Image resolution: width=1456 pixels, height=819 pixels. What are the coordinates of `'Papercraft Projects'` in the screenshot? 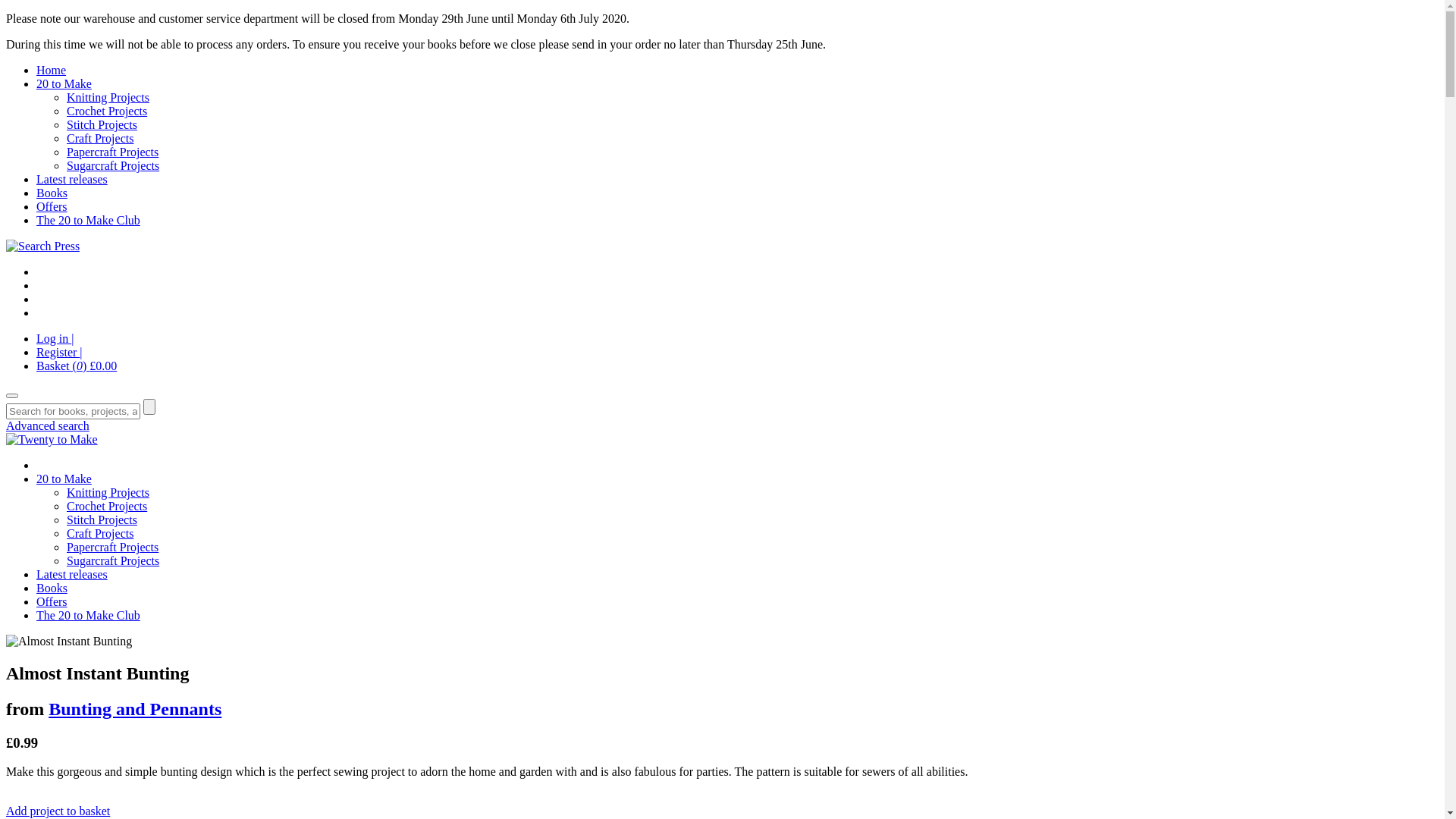 It's located at (111, 547).